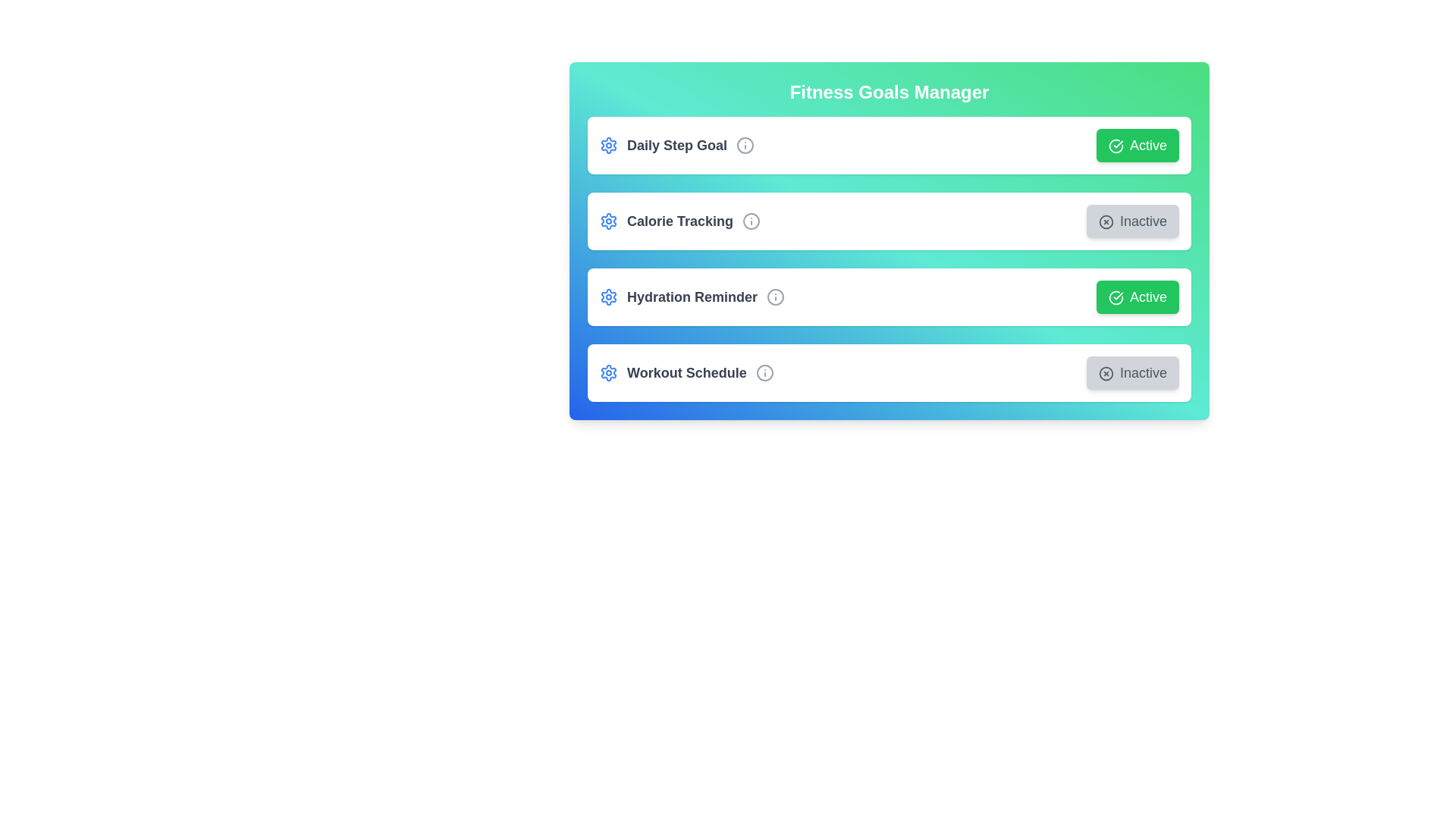  Describe the element at coordinates (608, 221) in the screenshot. I see `the Settings icon for the goal Calorie Tracking` at that location.